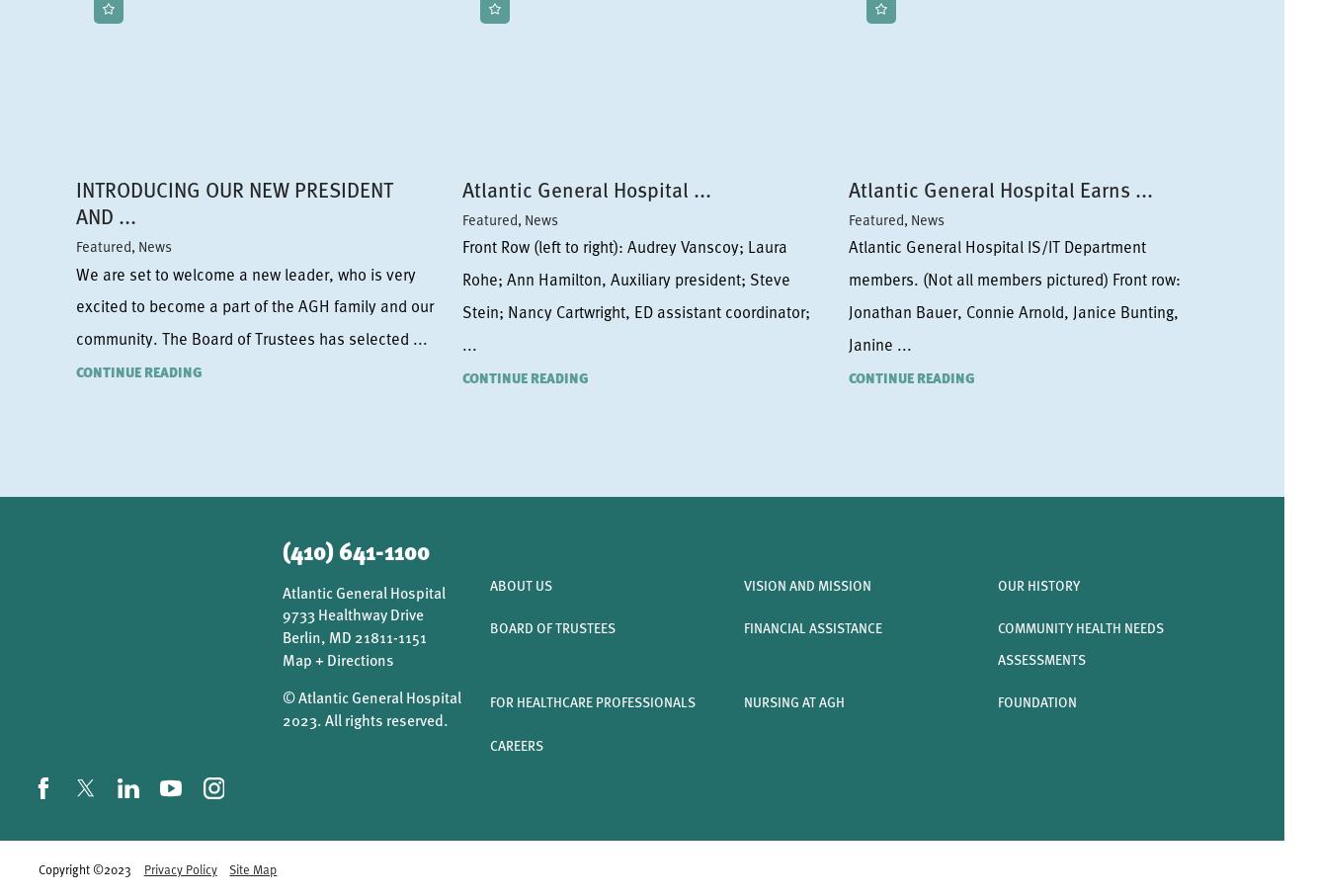 This screenshot has height=896, width=1317. Describe the element at coordinates (459, 294) in the screenshot. I see `'Front Row (left to right): Audrey Vanscoy; Laura Rohe; Ann Hamilton, Auxiliary president; Steve Stein; Nancy Cartwright, ED assistant coordinator; ...'` at that location.